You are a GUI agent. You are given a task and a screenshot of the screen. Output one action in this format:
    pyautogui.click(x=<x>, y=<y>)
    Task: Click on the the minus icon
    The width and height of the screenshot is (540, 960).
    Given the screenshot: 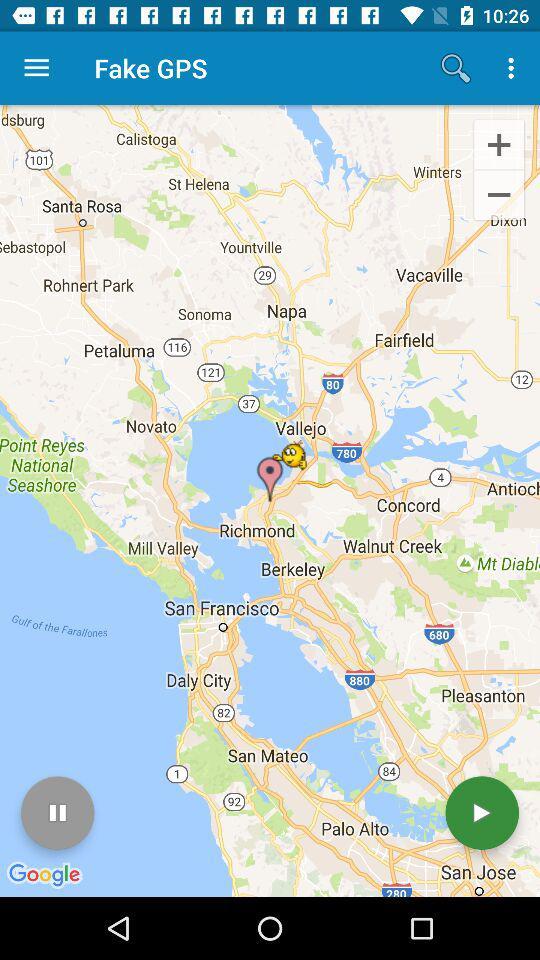 What is the action you would take?
    pyautogui.click(x=498, y=196)
    